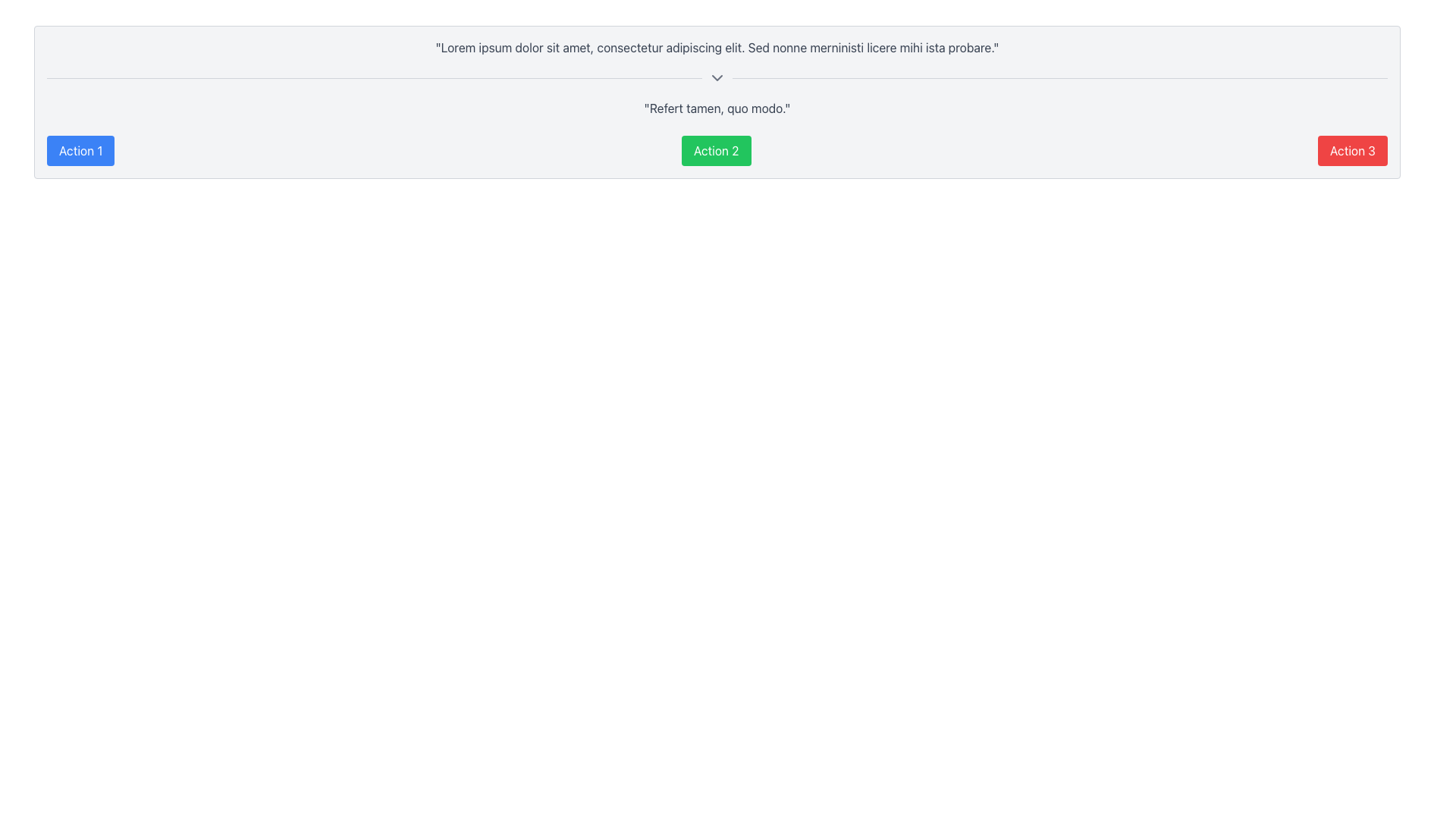 Image resolution: width=1456 pixels, height=819 pixels. What do you see at coordinates (715, 151) in the screenshot?
I see `the second button labeled 'Action 2', which is positioned between 'Action 1' and 'Action 3' in a horizontal row` at bounding box center [715, 151].